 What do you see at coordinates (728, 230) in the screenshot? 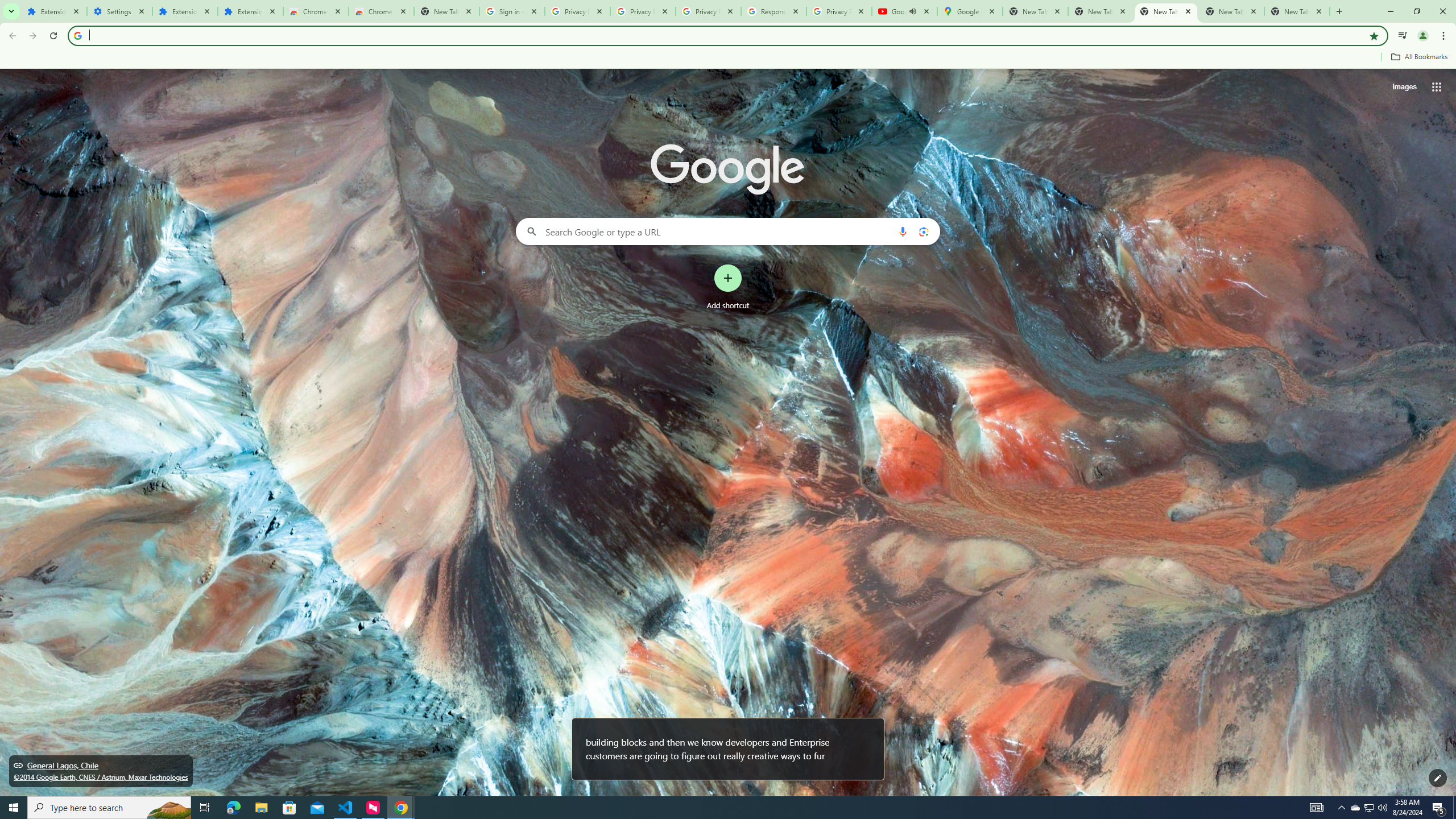
I see `'Search Google or type a URL'` at bounding box center [728, 230].